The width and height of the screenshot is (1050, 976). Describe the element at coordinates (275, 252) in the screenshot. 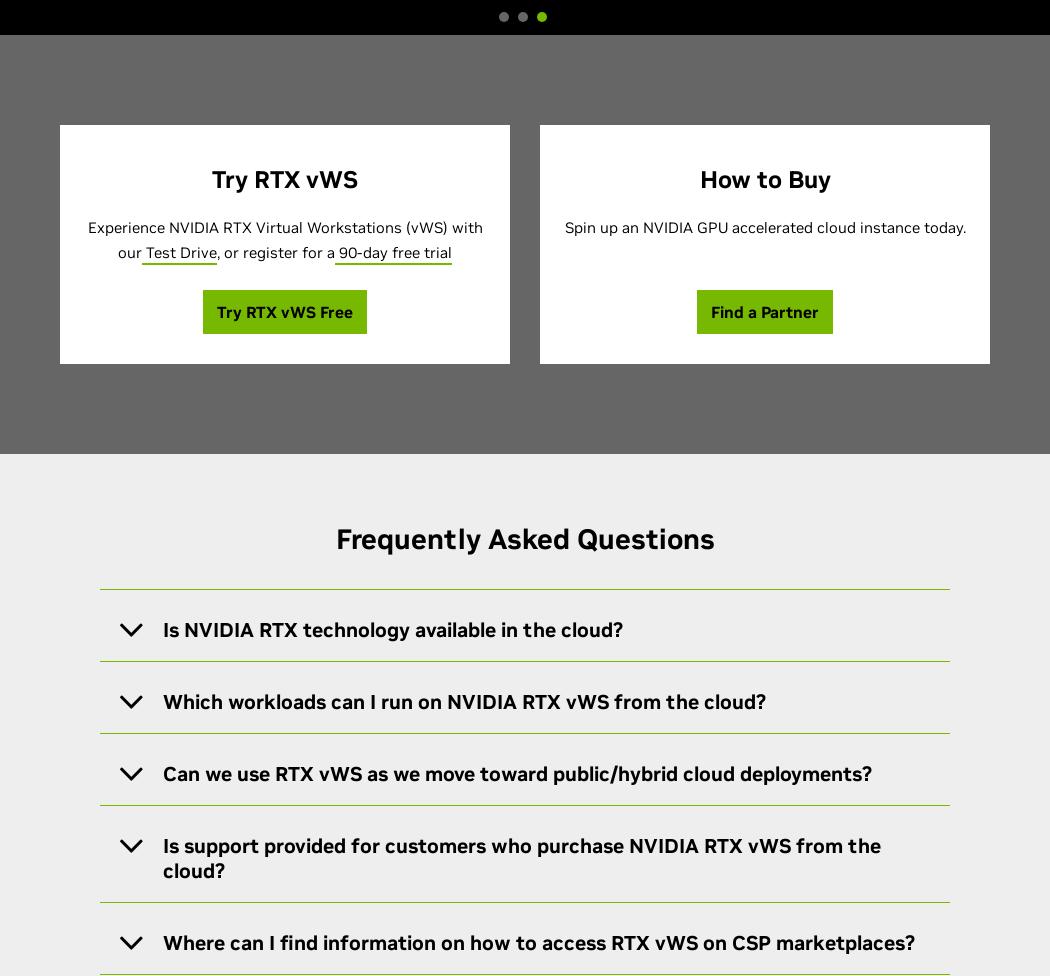

I see `', or register for a'` at that location.